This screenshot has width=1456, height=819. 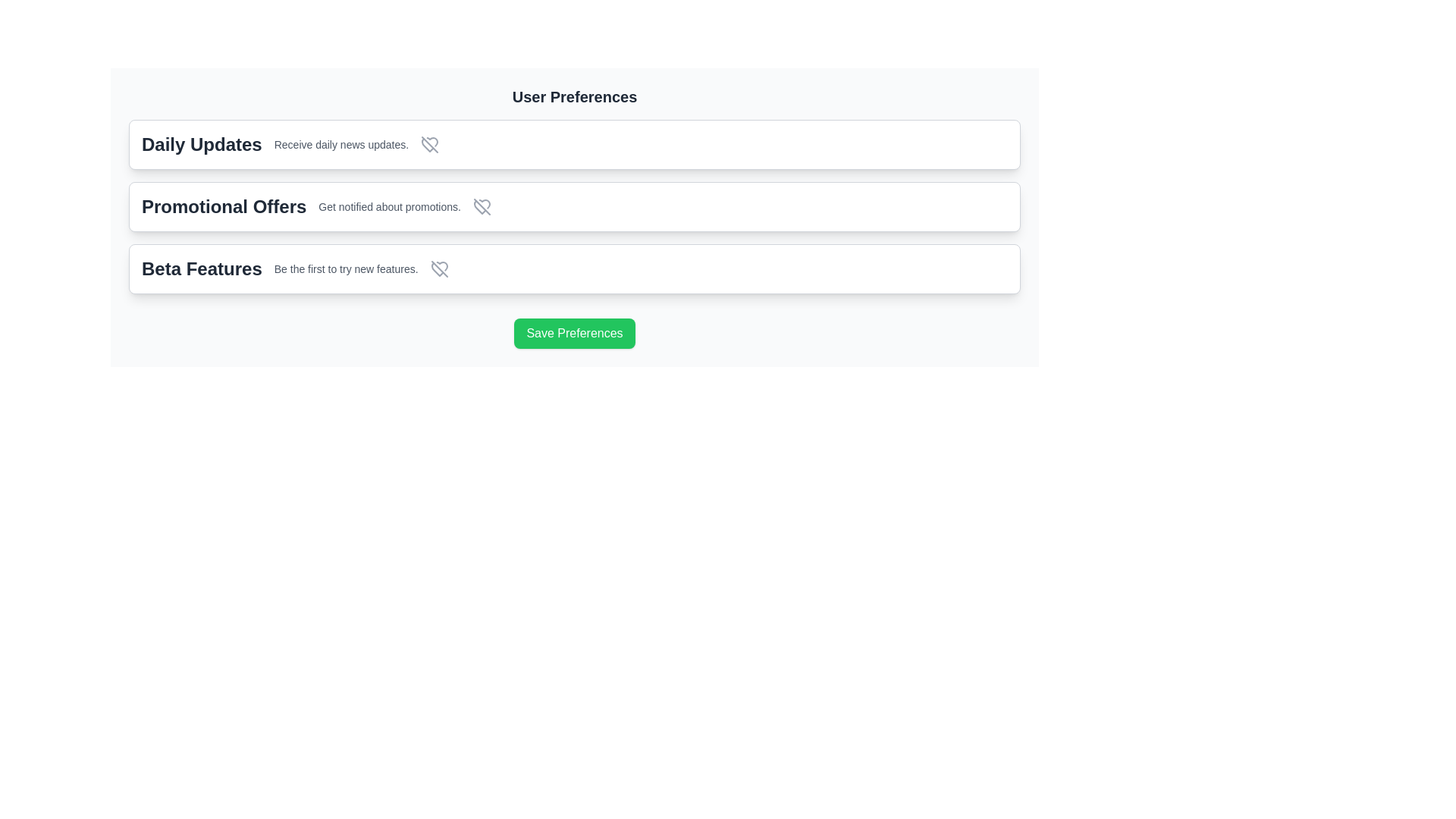 I want to click on the distinct green button labeled 'Save Preferences' to observe the color change effect when hovered, so click(x=574, y=332).